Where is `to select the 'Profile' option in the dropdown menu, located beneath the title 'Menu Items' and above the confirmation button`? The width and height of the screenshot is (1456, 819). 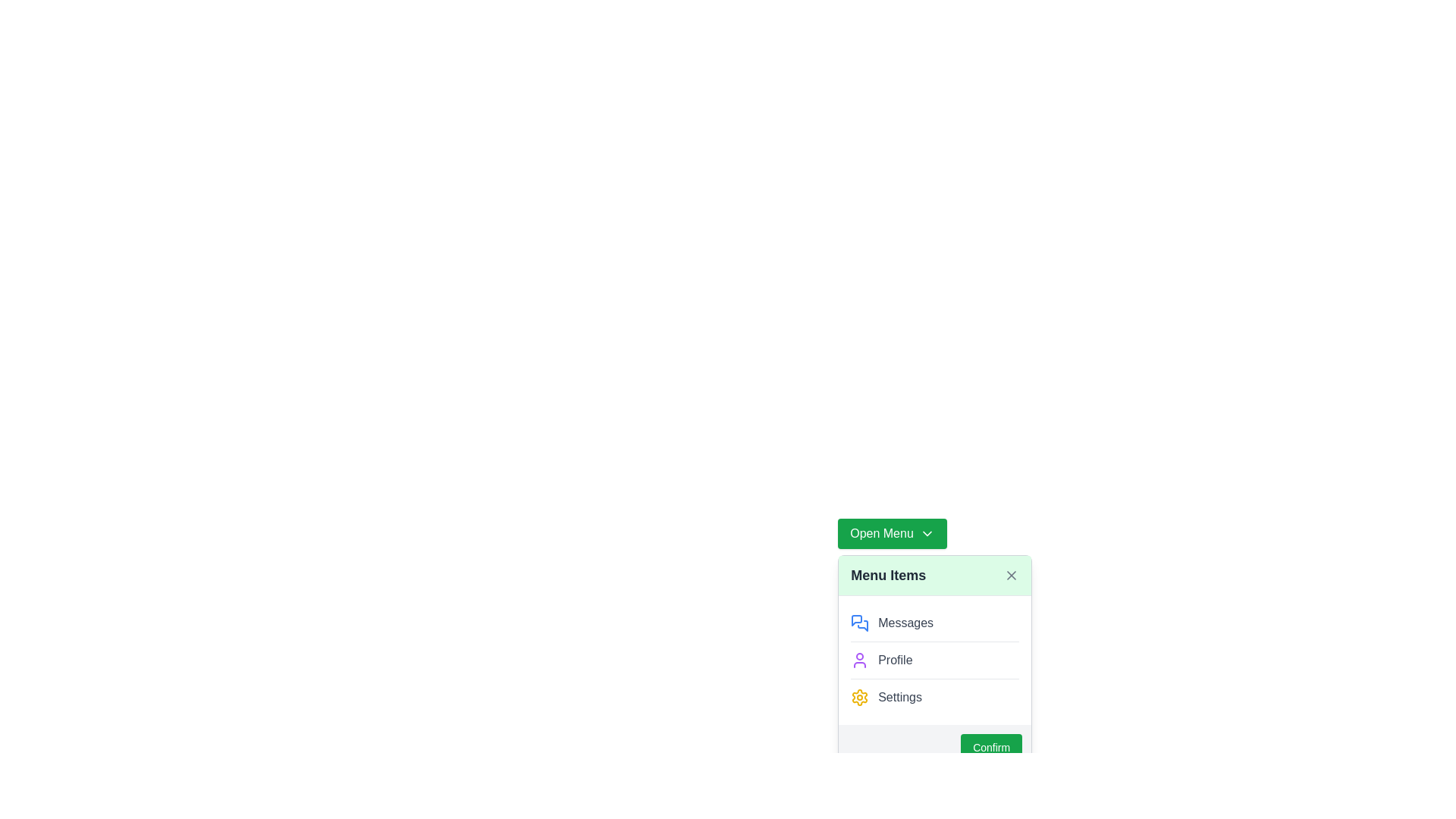 to select the 'Profile' option in the dropdown menu, located beneath the title 'Menu Items' and above the confirmation button is located at coordinates (934, 660).